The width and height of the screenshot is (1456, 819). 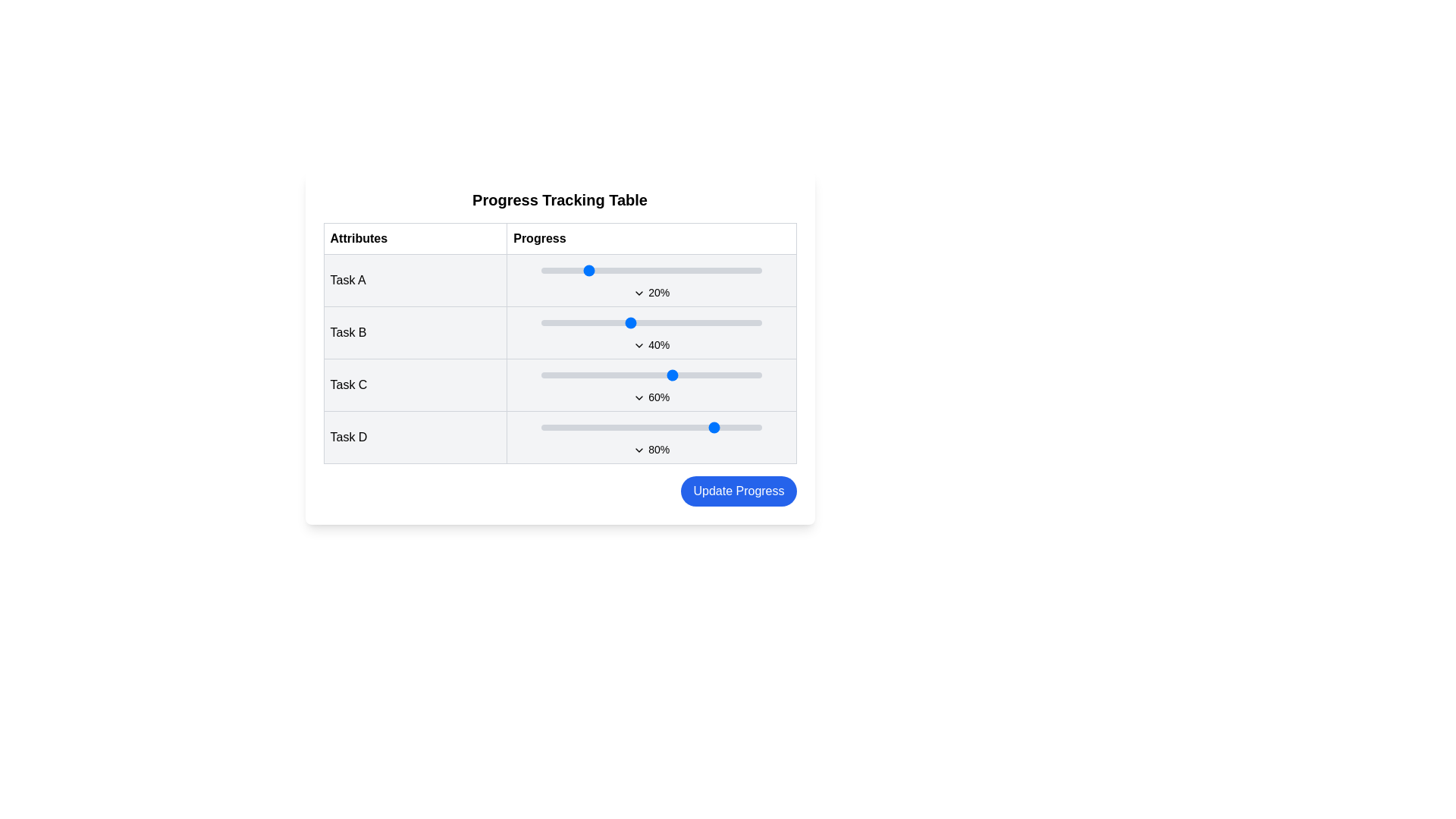 I want to click on the main tabular section of the 'Progress Tracking Table' that visually represents tasks and their progress levels, so click(x=559, y=343).